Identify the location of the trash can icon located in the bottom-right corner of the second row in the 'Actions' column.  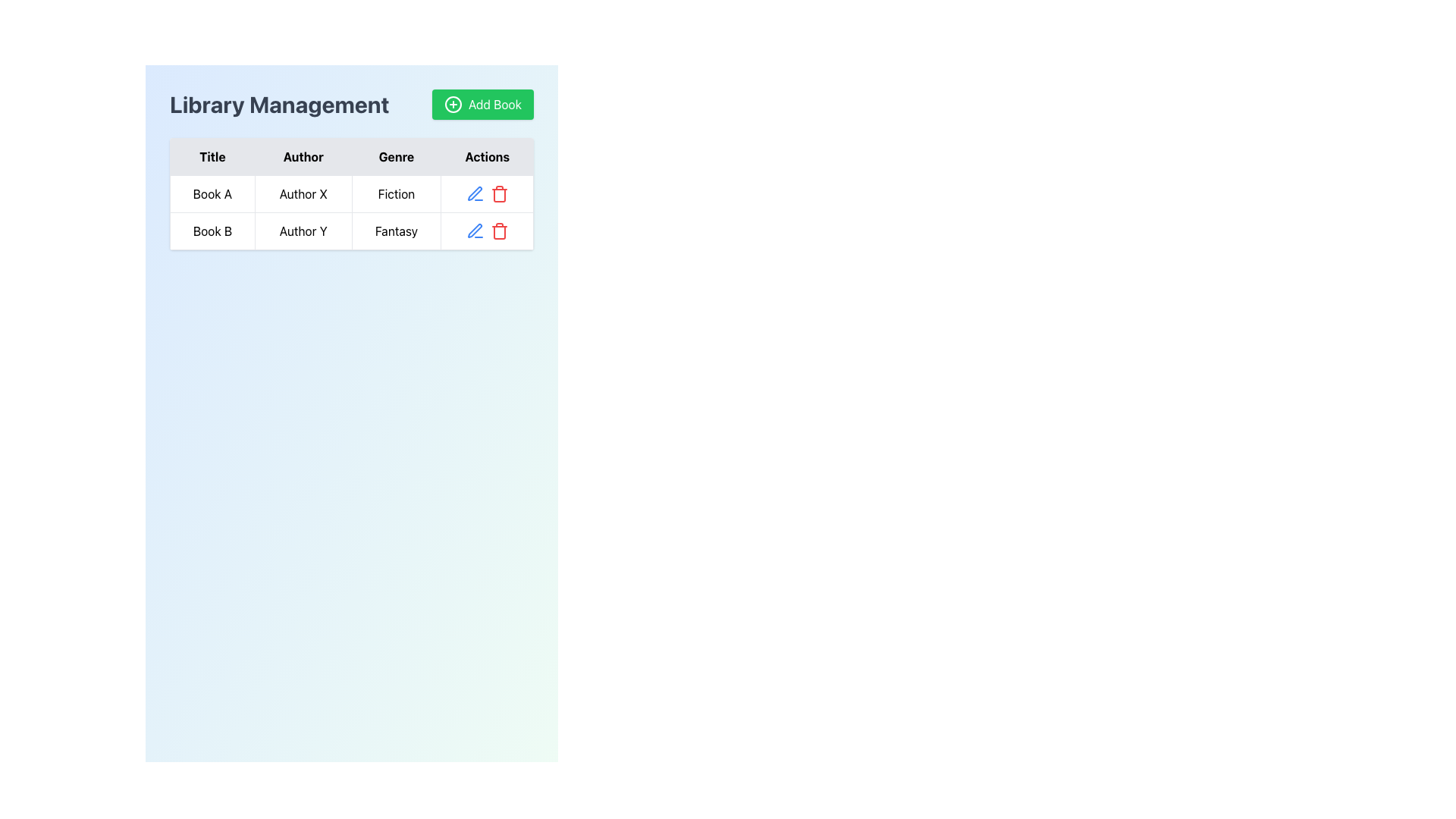
(499, 233).